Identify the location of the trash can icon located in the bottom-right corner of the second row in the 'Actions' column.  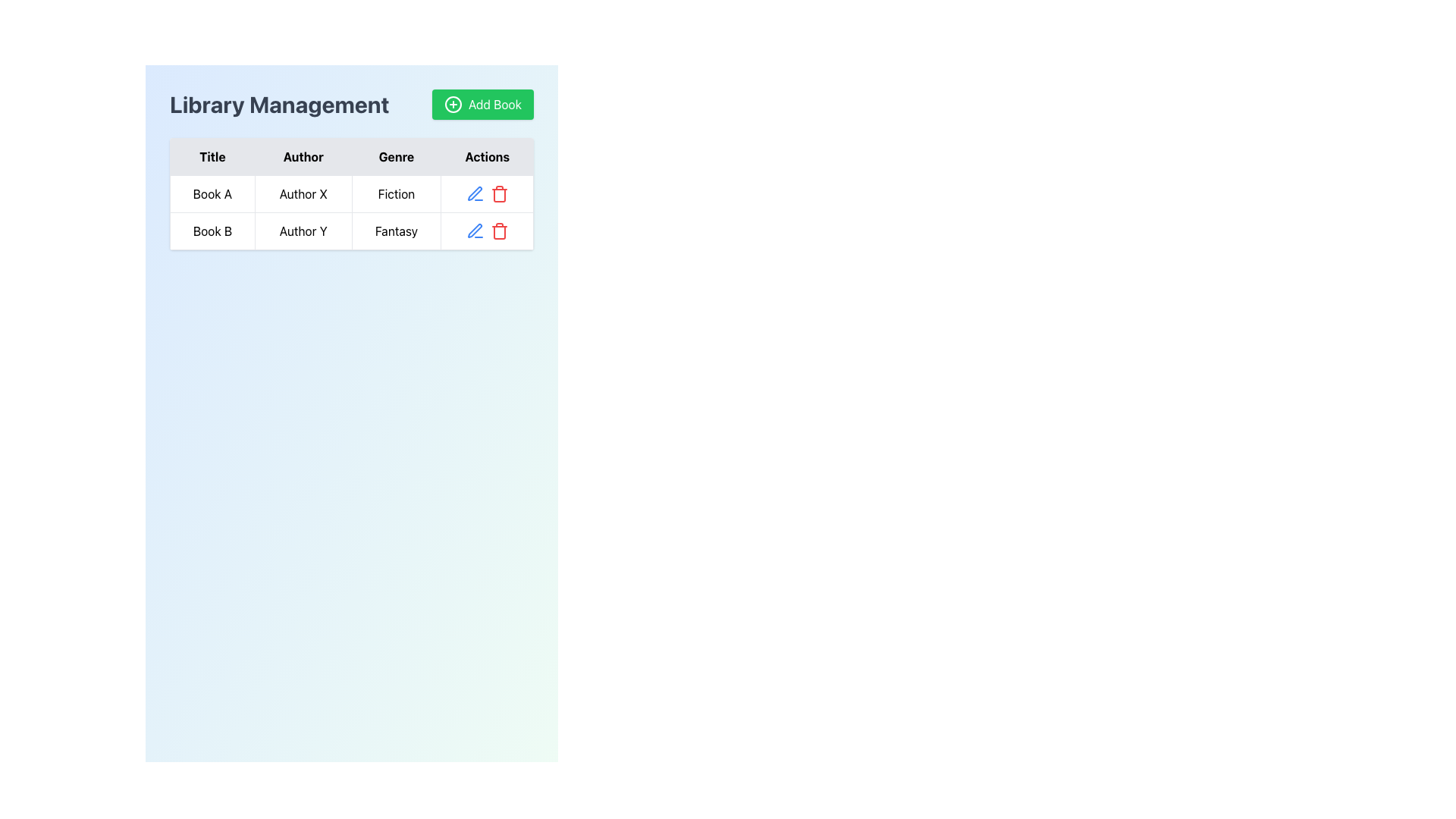
(499, 233).